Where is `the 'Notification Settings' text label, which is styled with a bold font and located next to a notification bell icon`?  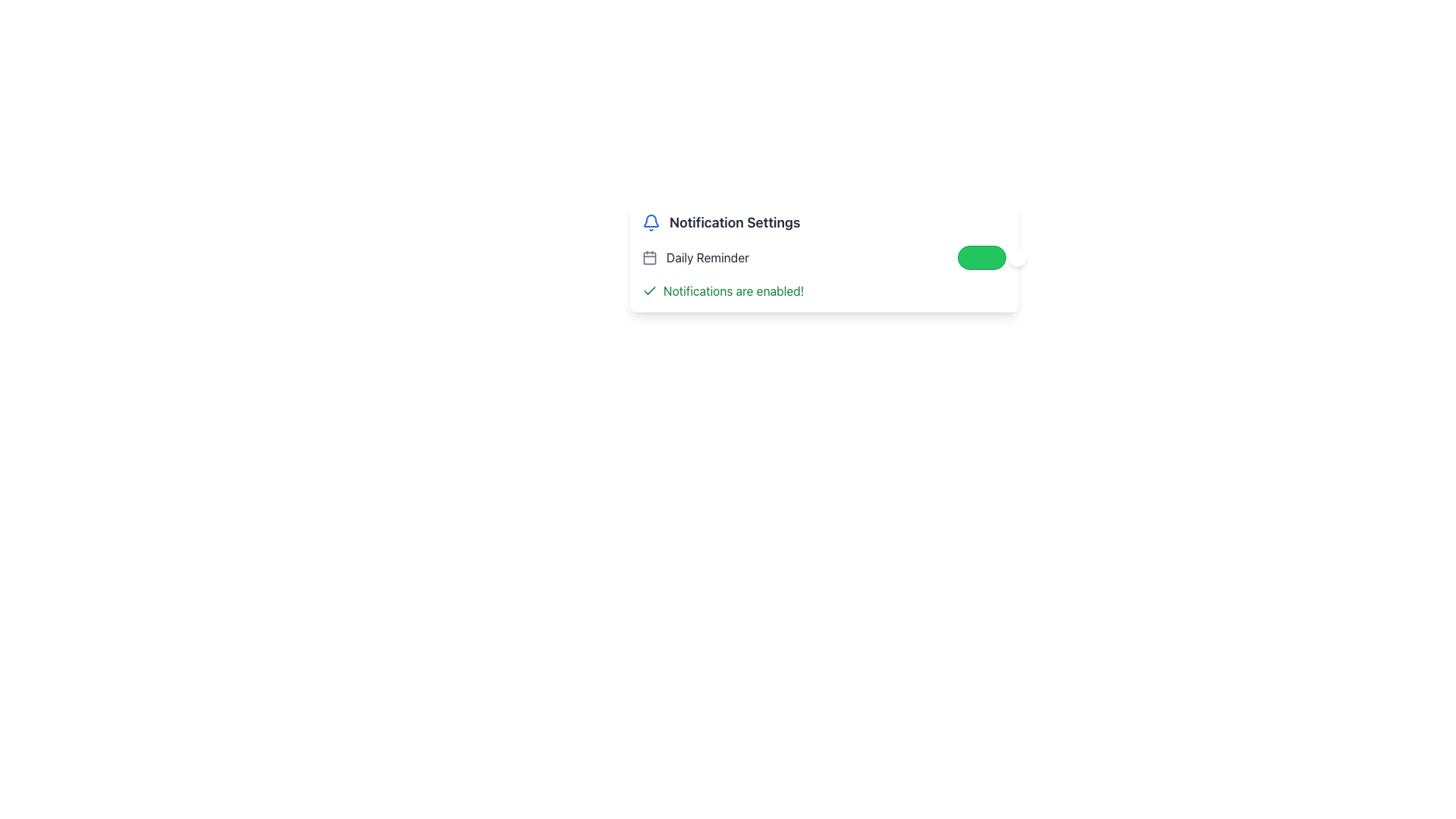 the 'Notification Settings' text label, which is styled with a bold font and located next to a notification bell icon is located at coordinates (735, 222).